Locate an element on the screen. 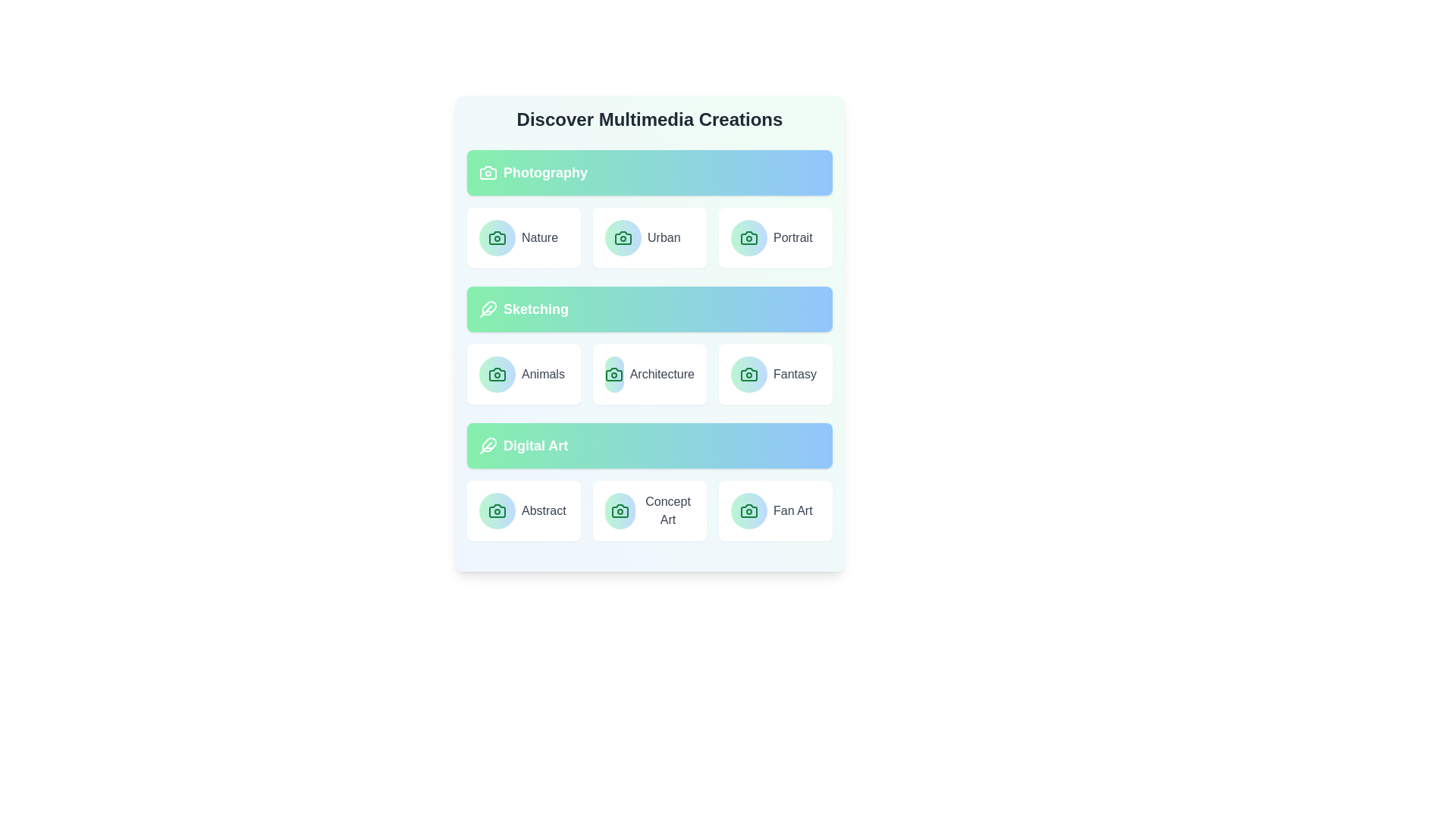 The width and height of the screenshot is (1456, 819). the item Nature within the category Photography is located at coordinates (524, 237).